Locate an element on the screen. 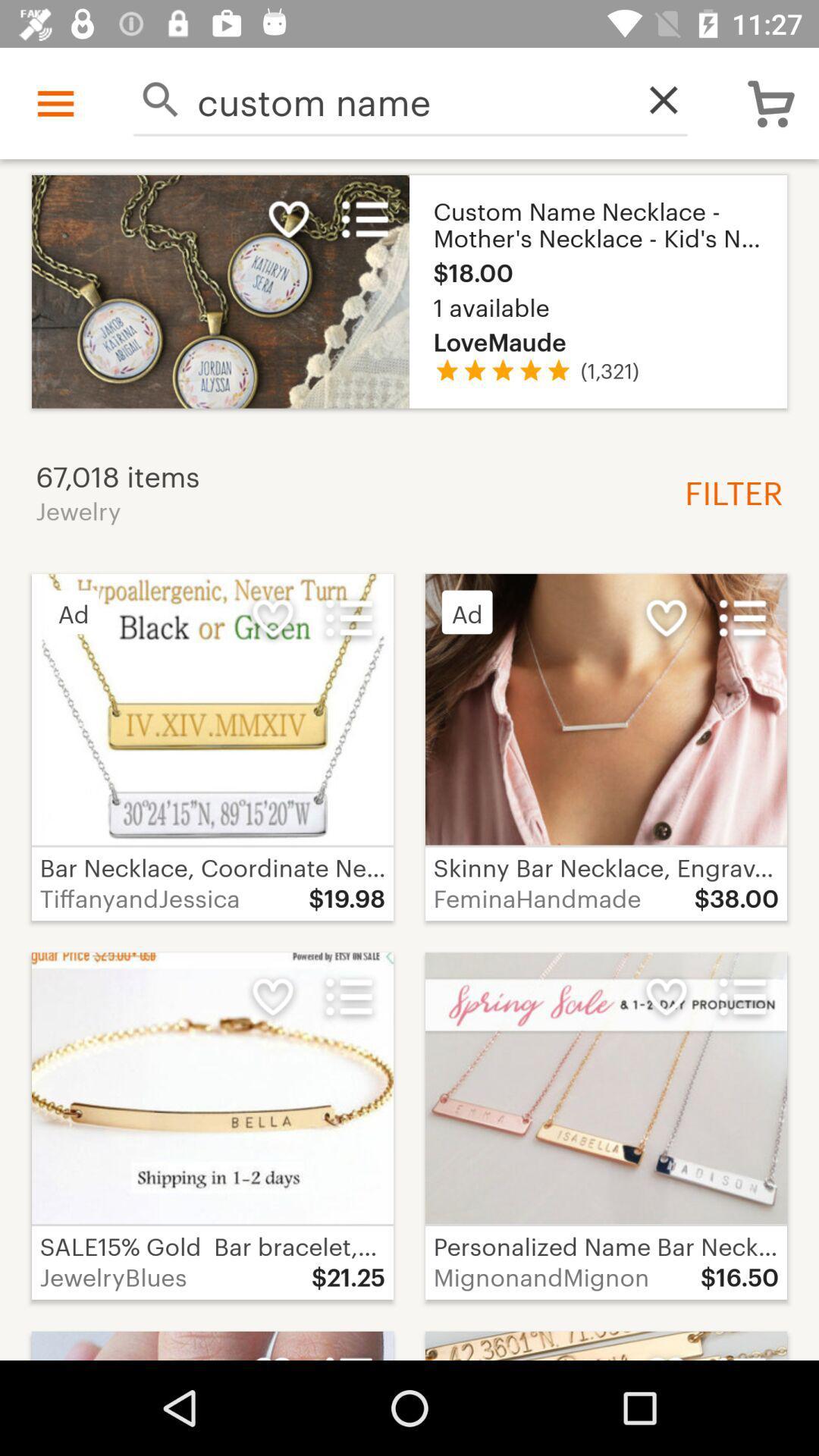 The image size is (819, 1456). item to the right of custom name is located at coordinates (654, 99).